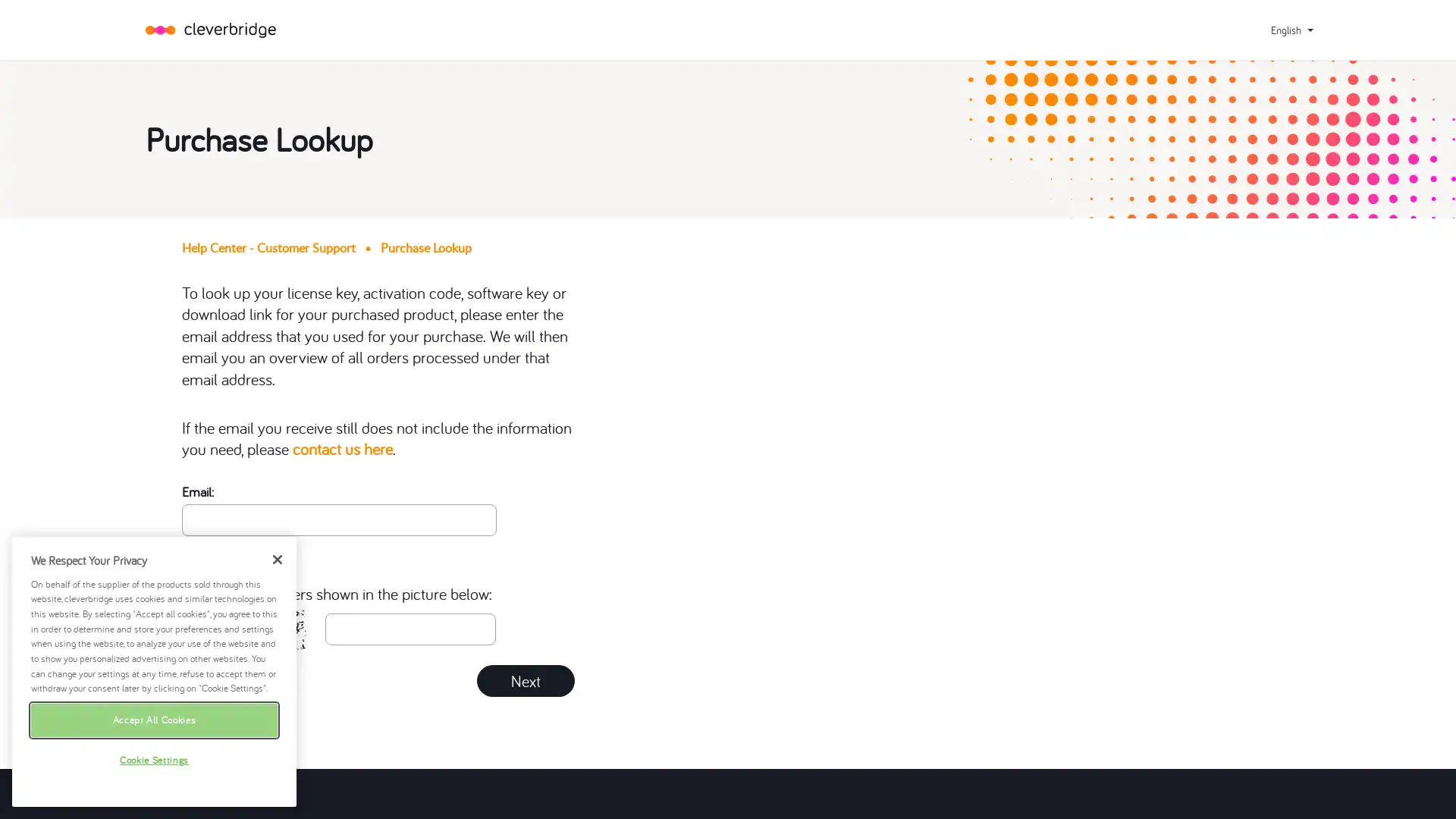 This screenshot has height=819, width=1456. What do you see at coordinates (154, 719) in the screenshot?
I see `Accept All Cookies` at bounding box center [154, 719].